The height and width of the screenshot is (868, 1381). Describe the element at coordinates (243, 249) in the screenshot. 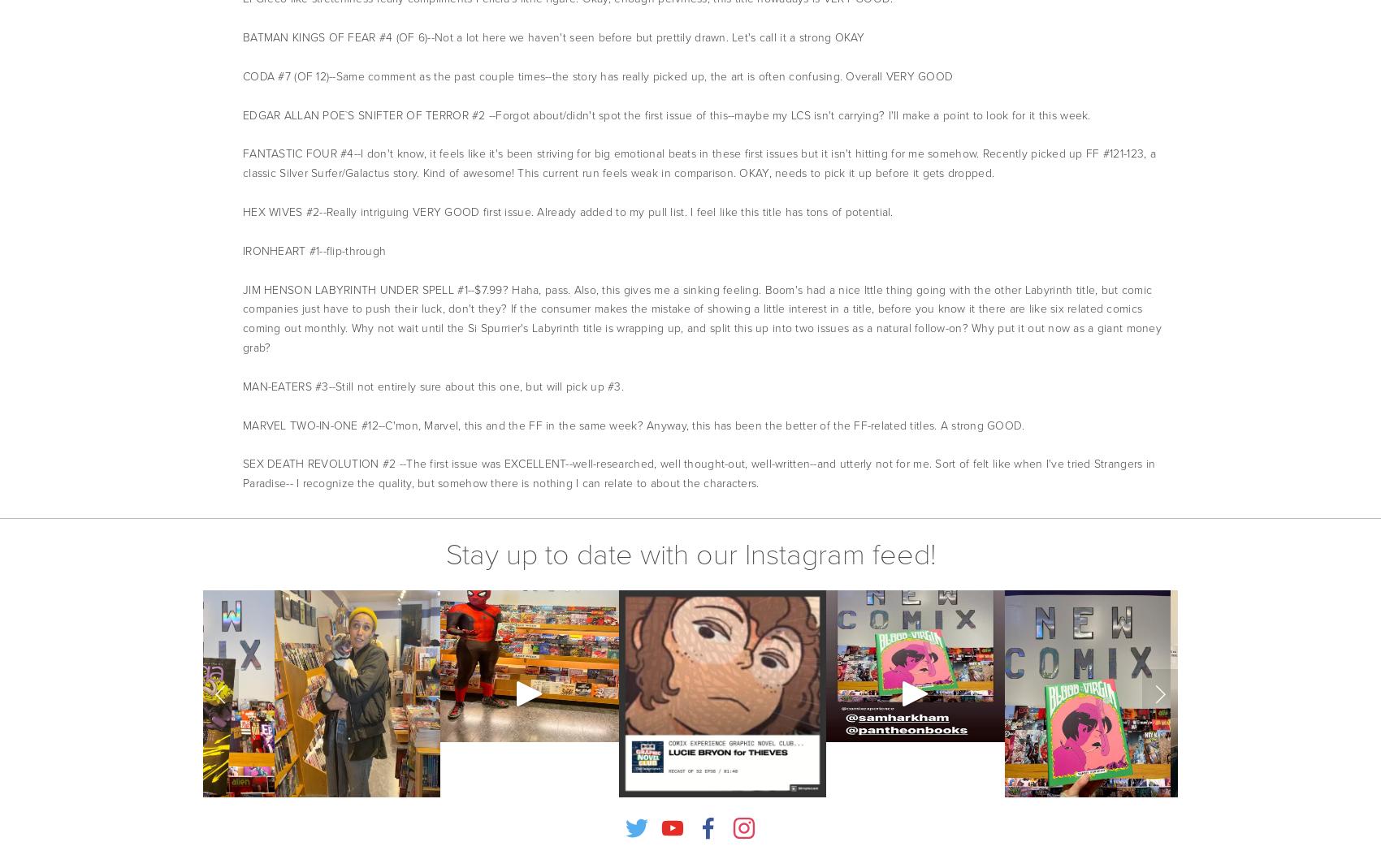

I see `'IRONHEART #1--flip-through'` at that location.